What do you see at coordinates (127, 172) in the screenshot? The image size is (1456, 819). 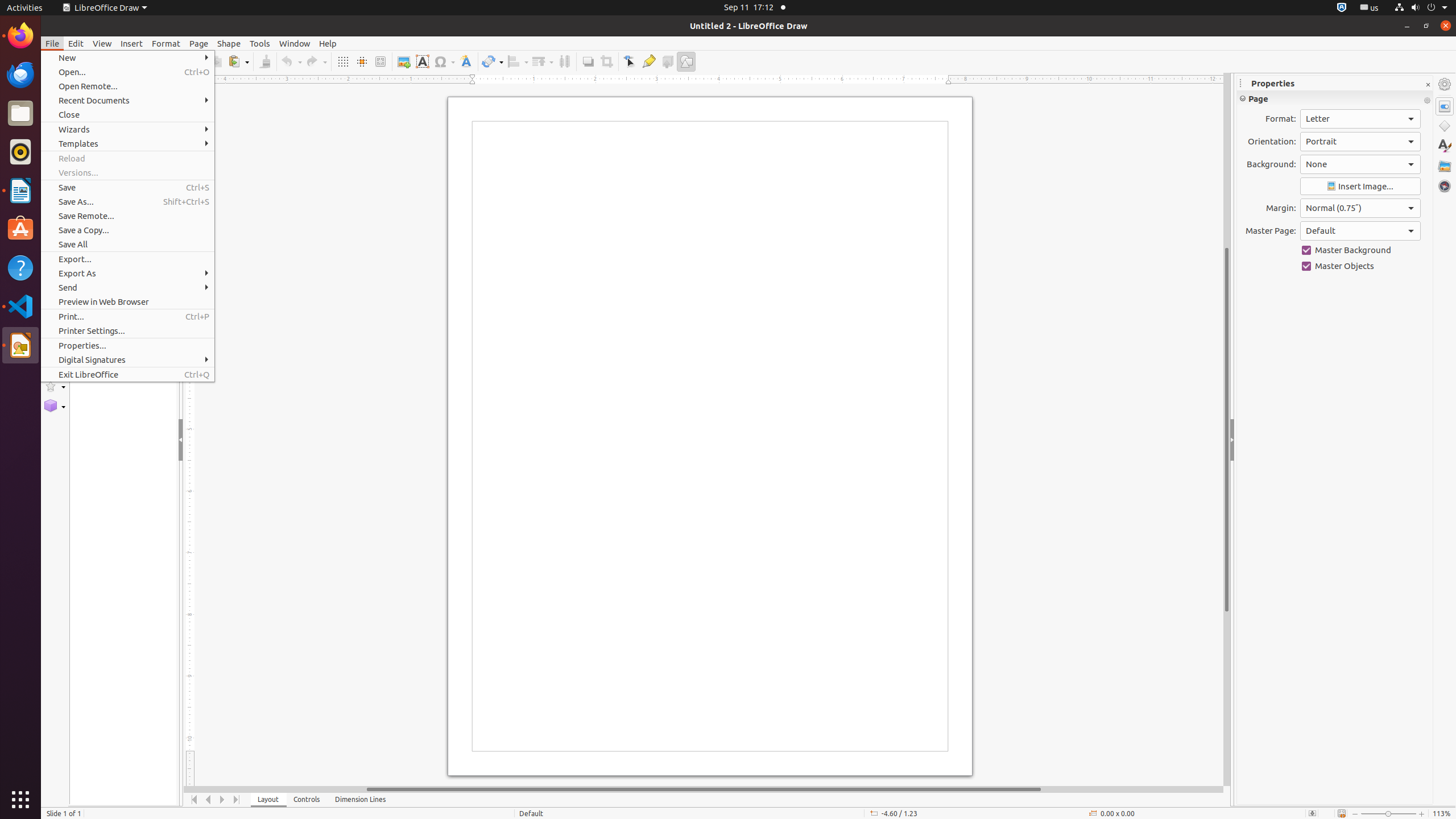 I see `'Versions...'` at bounding box center [127, 172].